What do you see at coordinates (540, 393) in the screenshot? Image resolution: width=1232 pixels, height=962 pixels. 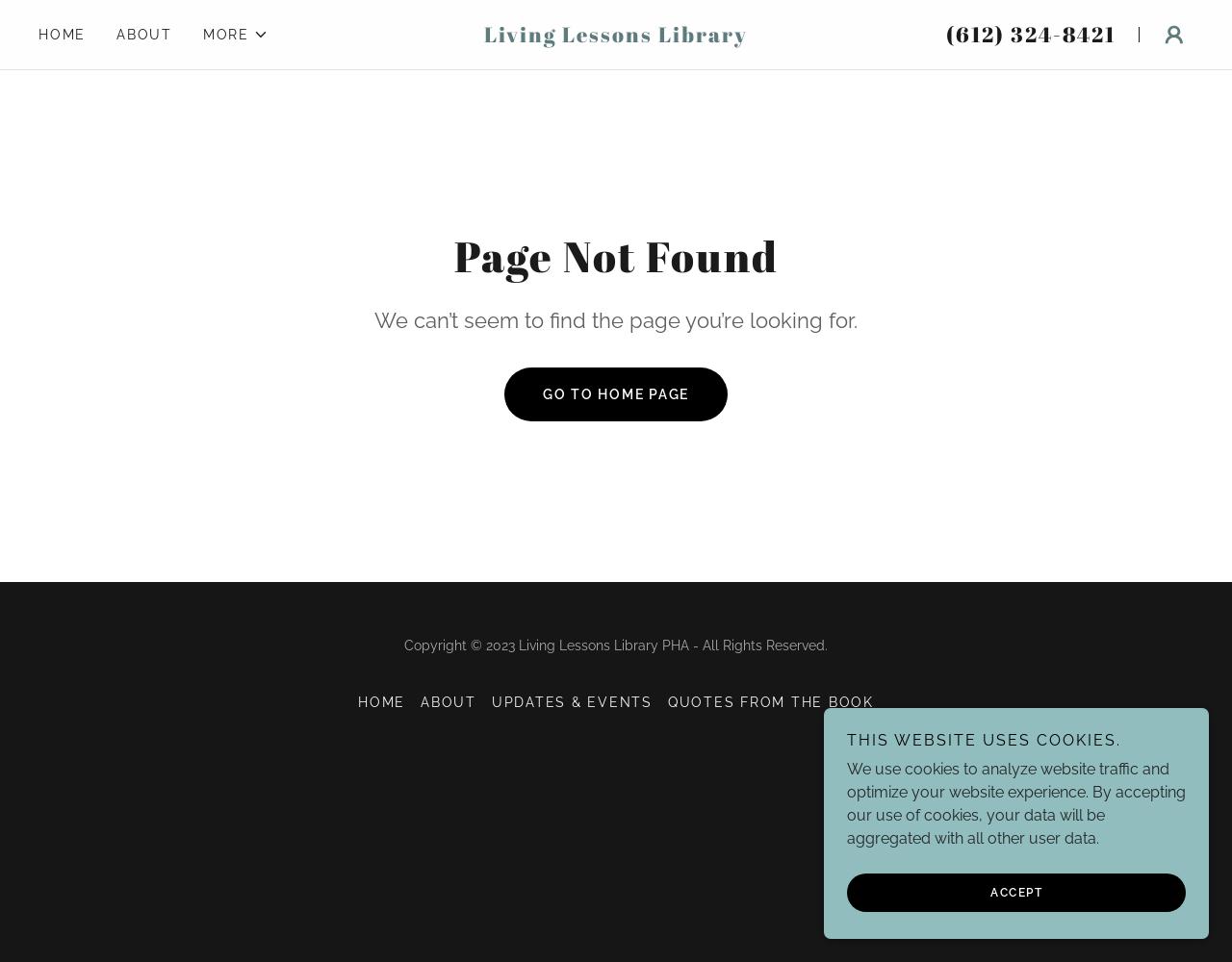 I see `'Go To Home Page'` at bounding box center [540, 393].